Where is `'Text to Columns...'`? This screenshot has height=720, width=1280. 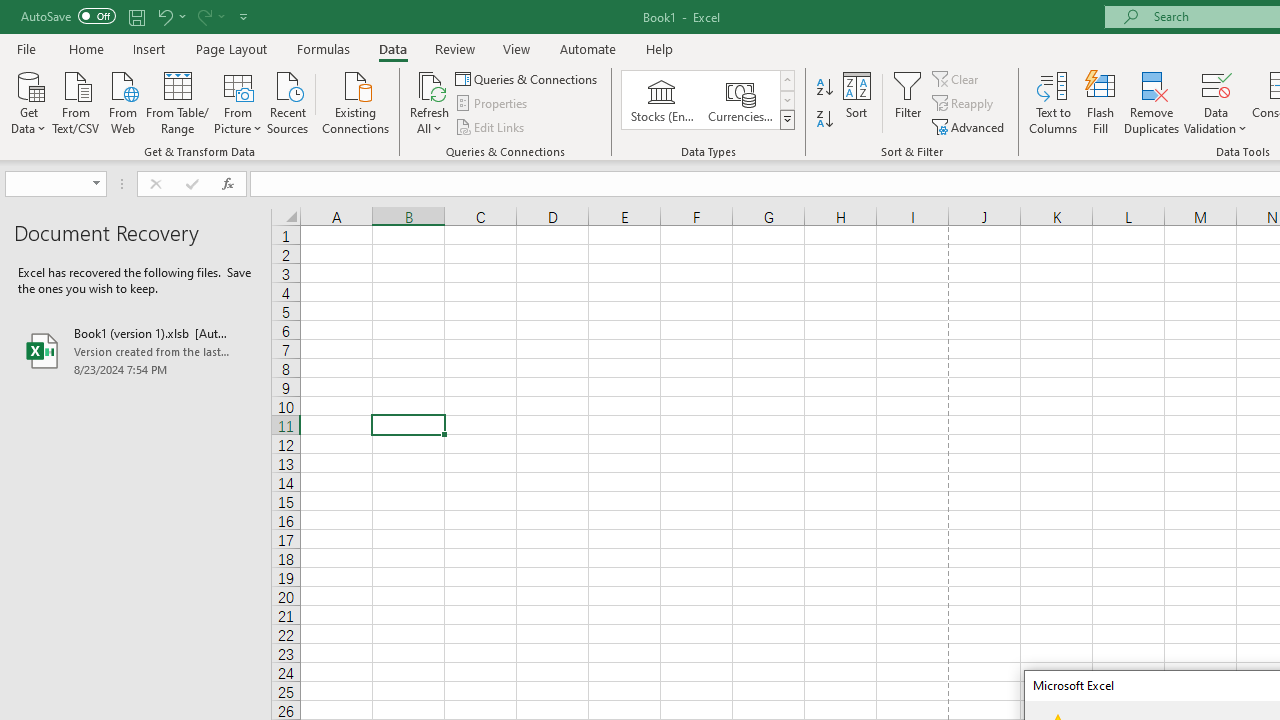
'Text to Columns...' is located at coordinates (1052, 103).